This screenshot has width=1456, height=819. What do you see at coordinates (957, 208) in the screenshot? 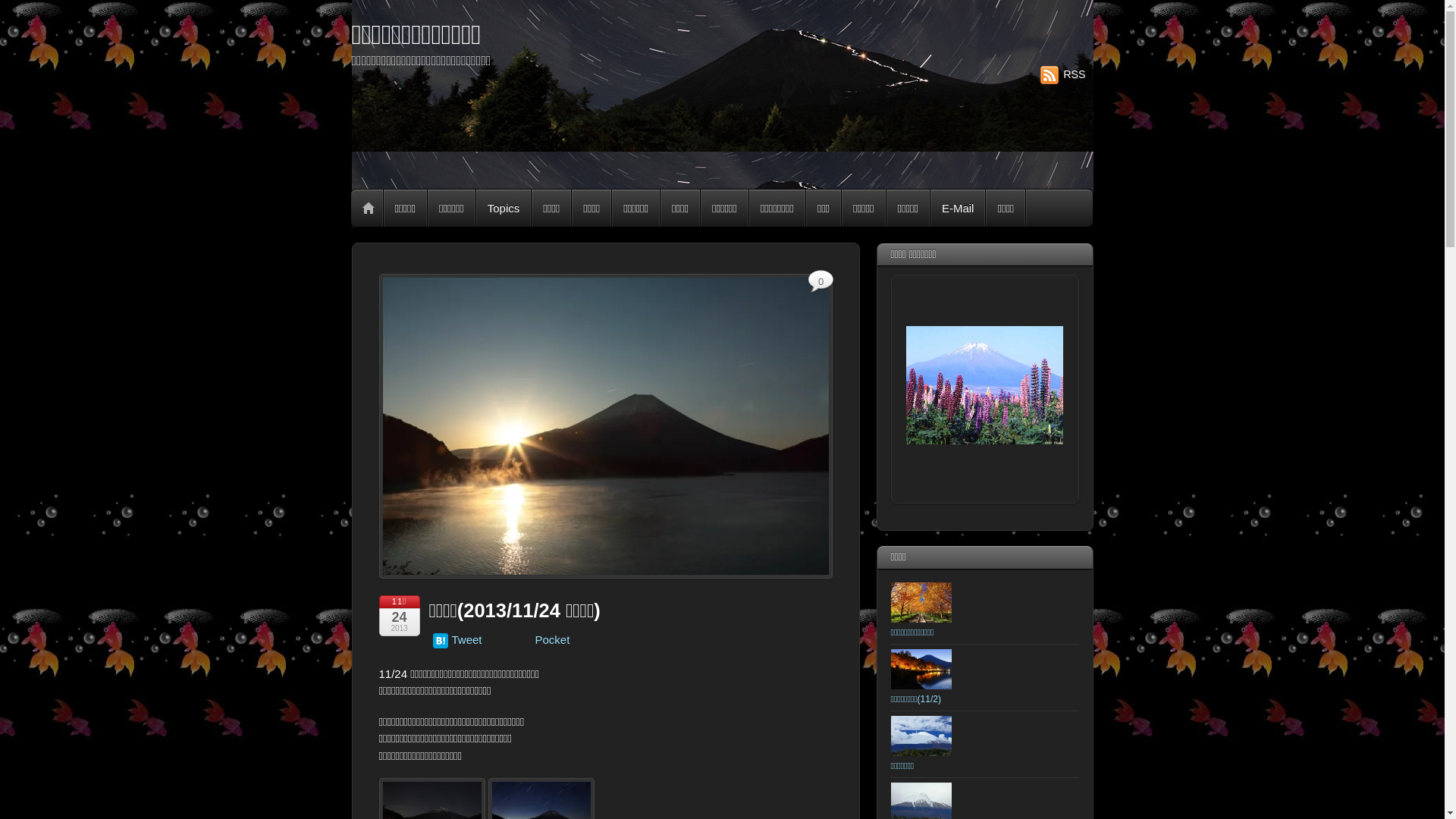
I see `'E-Mail'` at bounding box center [957, 208].